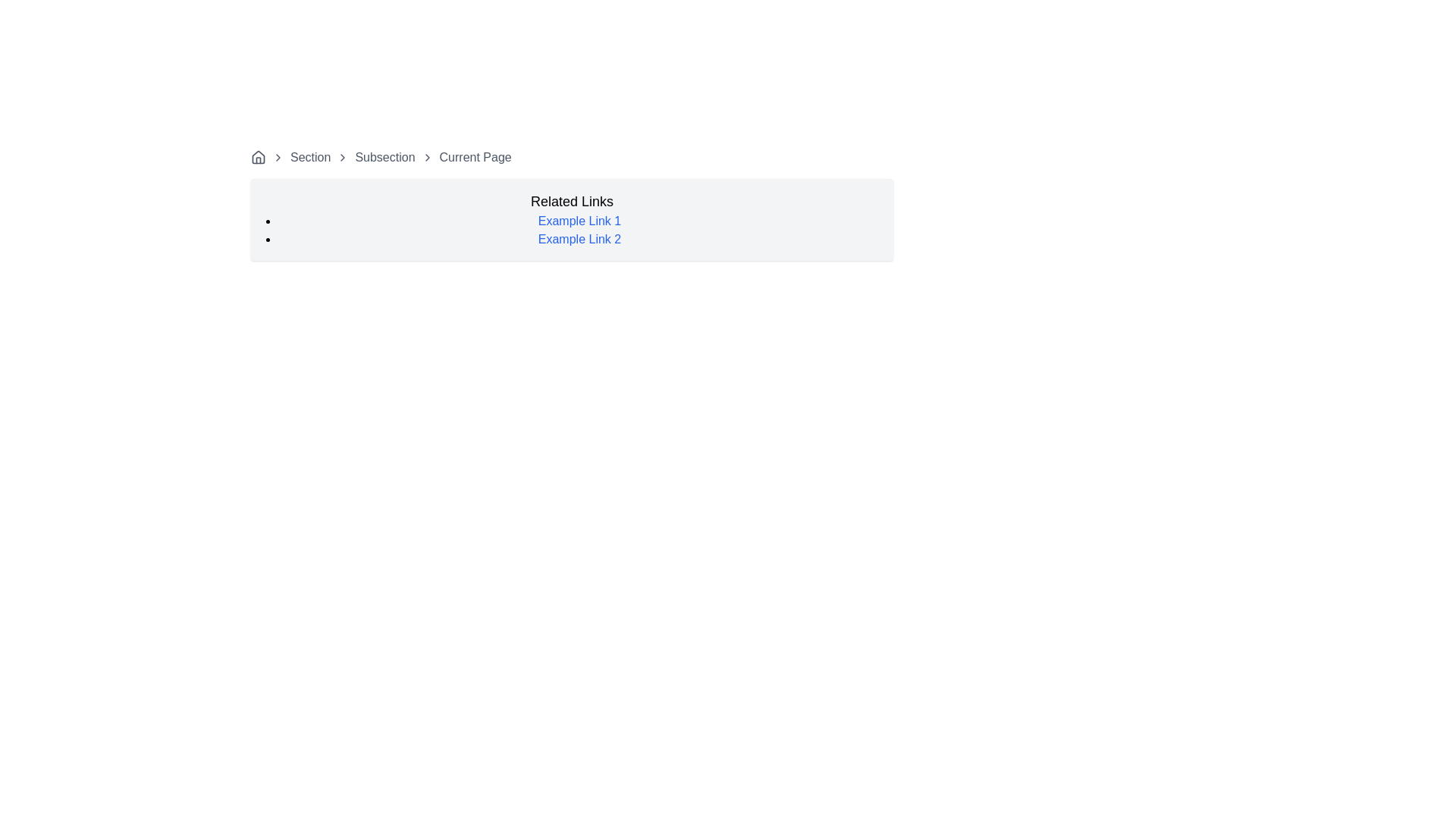 This screenshot has width=1456, height=819. What do you see at coordinates (579, 231) in the screenshot?
I see `the interactive links in the unordered list labeled 'Example Link 1' and 'Example Link 2' to observe the underline effect` at bounding box center [579, 231].